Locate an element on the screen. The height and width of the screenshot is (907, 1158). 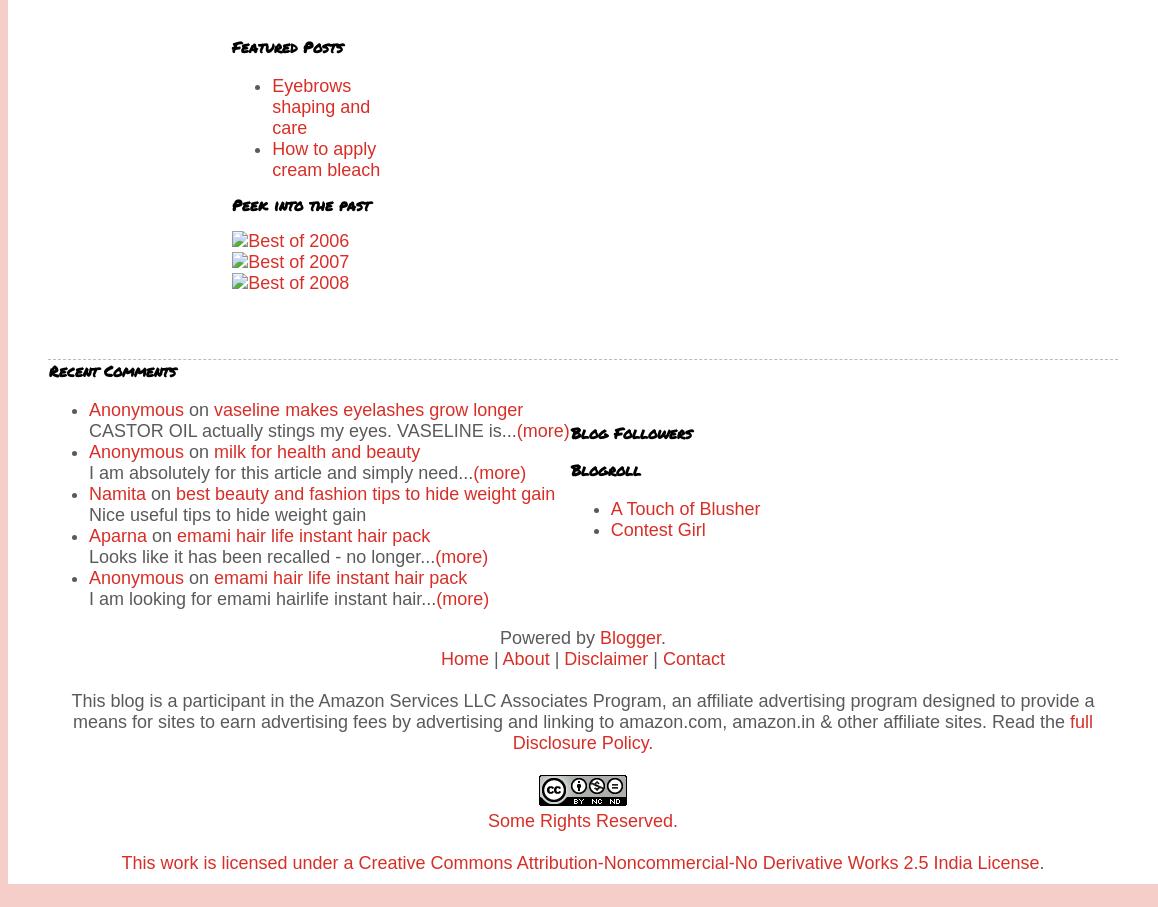
'How to apply cream bleach' is located at coordinates (325, 159).